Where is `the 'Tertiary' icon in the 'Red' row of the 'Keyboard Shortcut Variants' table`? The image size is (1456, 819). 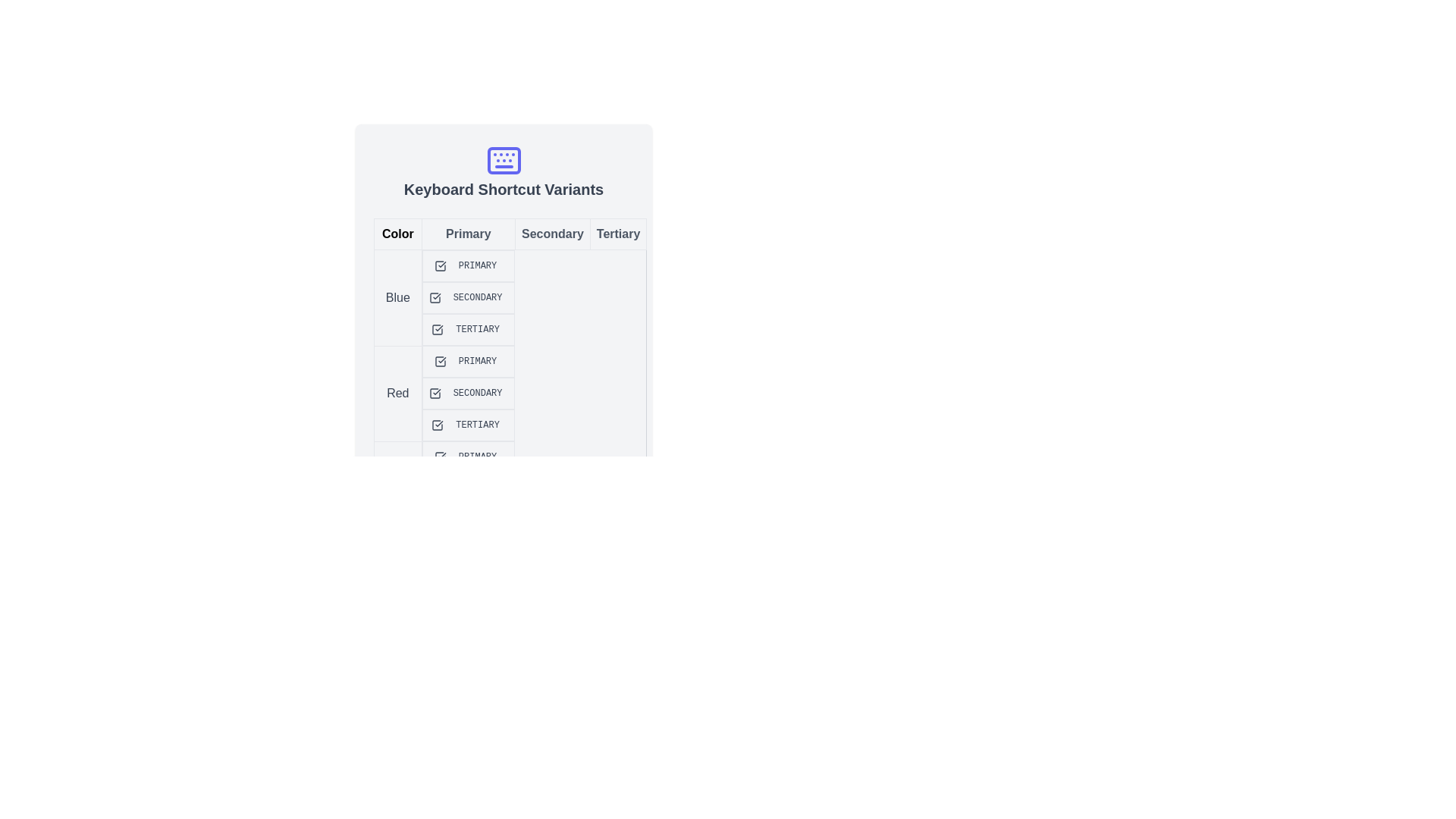
the 'Tertiary' icon in the 'Red' row of the 'Keyboard Shortcut Variants' table is located at coordinates (437, 425).